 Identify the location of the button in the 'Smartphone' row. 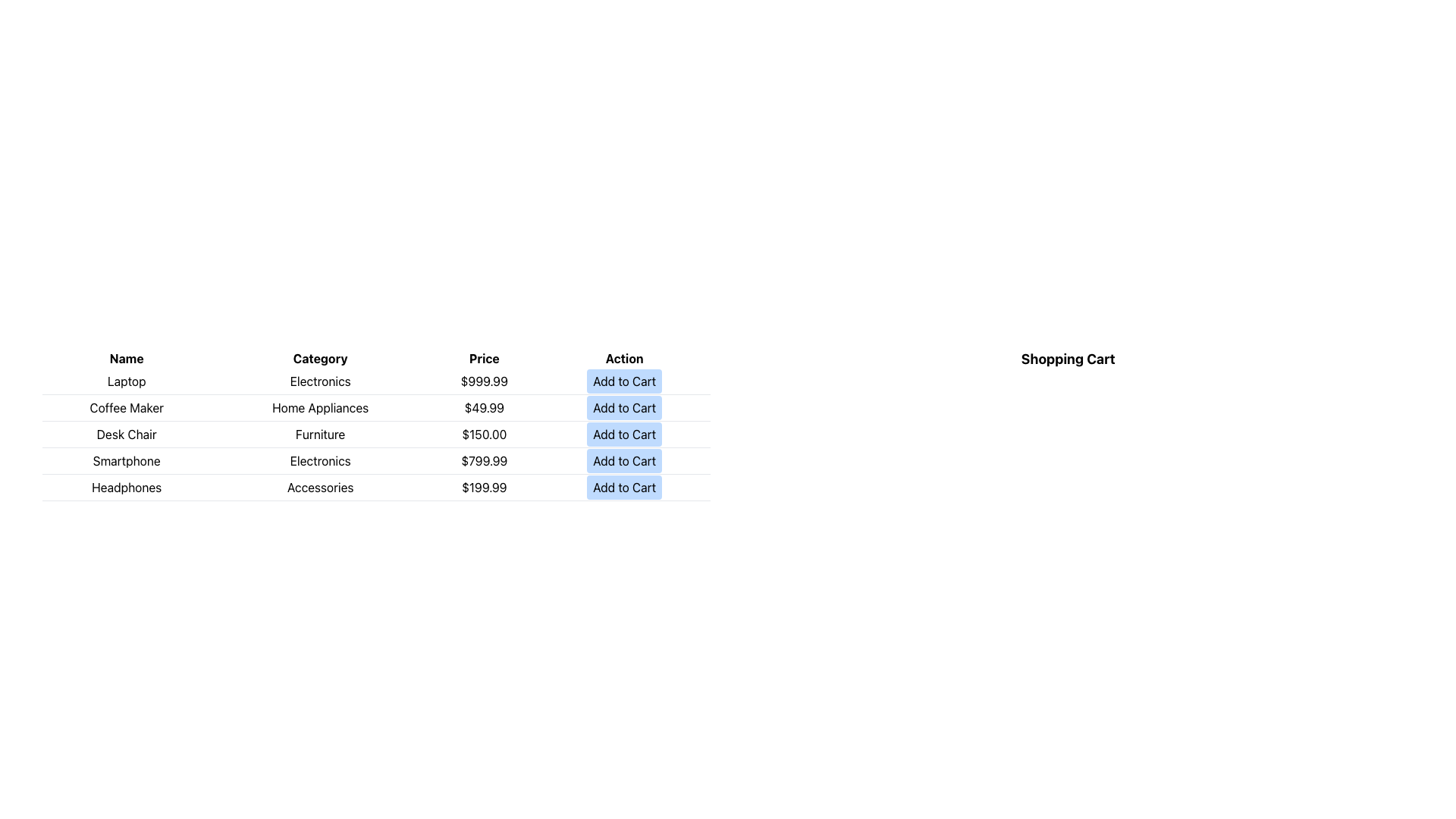
(624, 460).